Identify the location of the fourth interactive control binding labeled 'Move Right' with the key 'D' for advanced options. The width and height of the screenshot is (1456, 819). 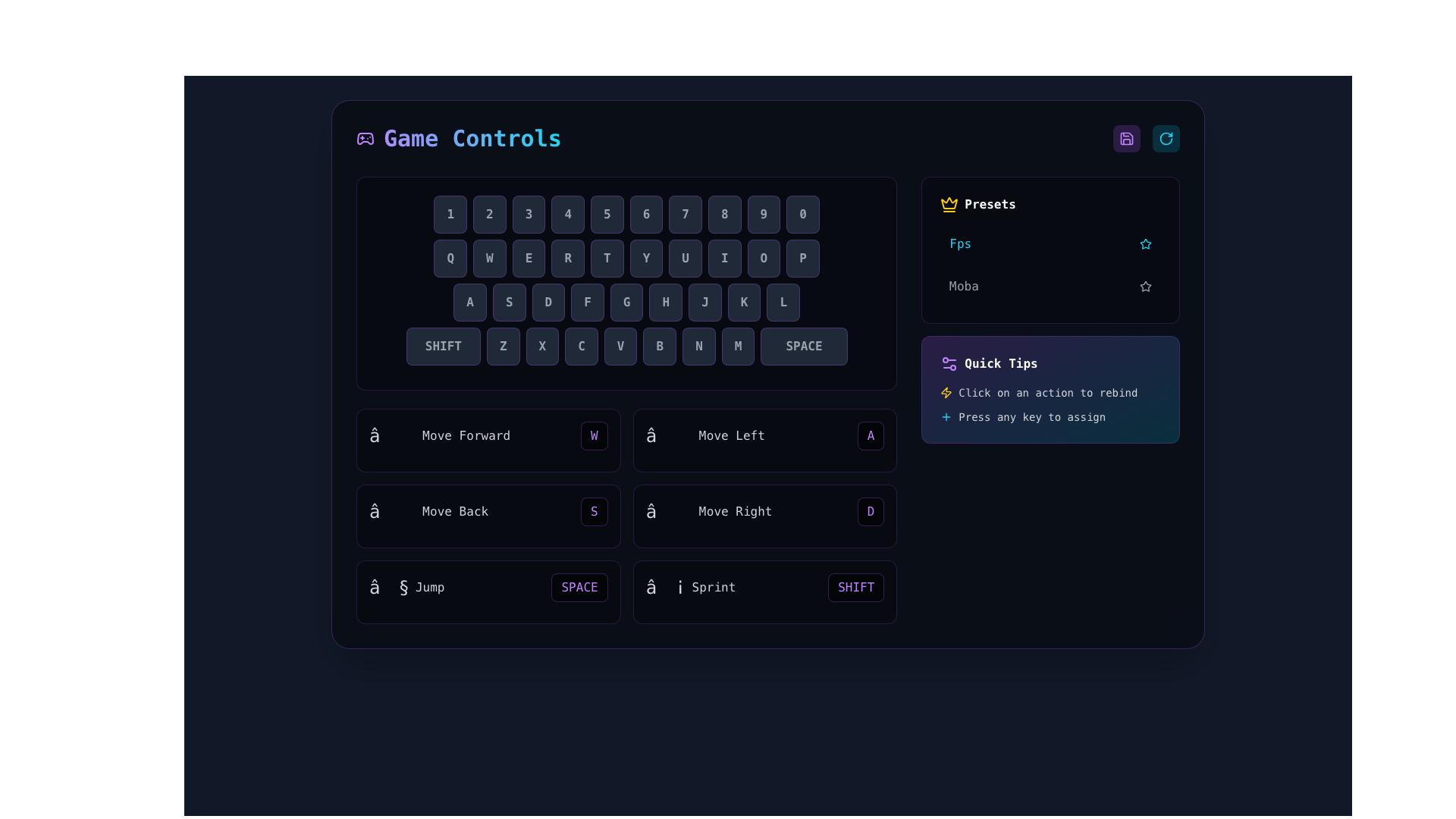
(764, 512).